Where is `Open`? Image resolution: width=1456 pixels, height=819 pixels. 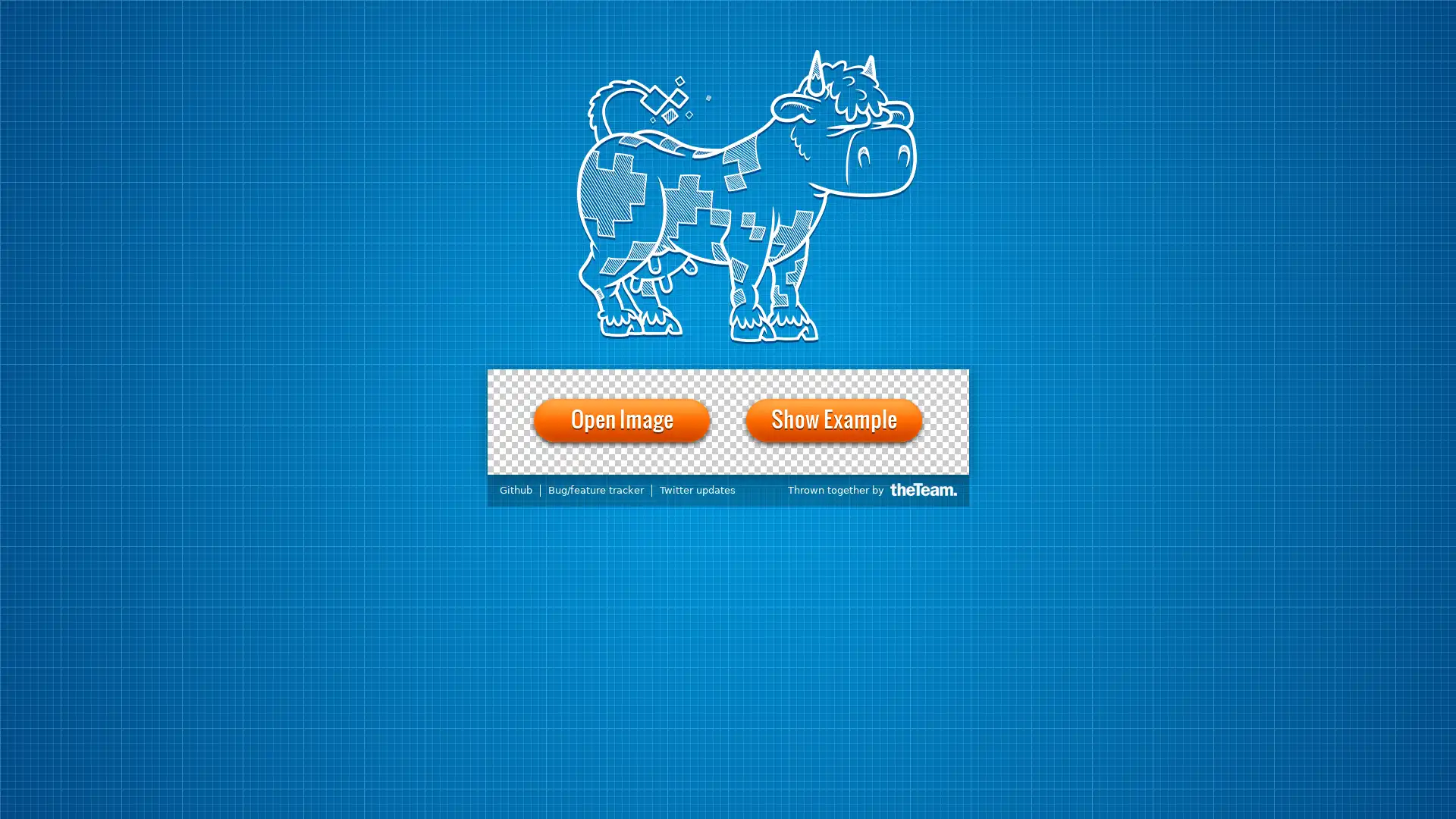
Open is located at coordinates (519, 378).